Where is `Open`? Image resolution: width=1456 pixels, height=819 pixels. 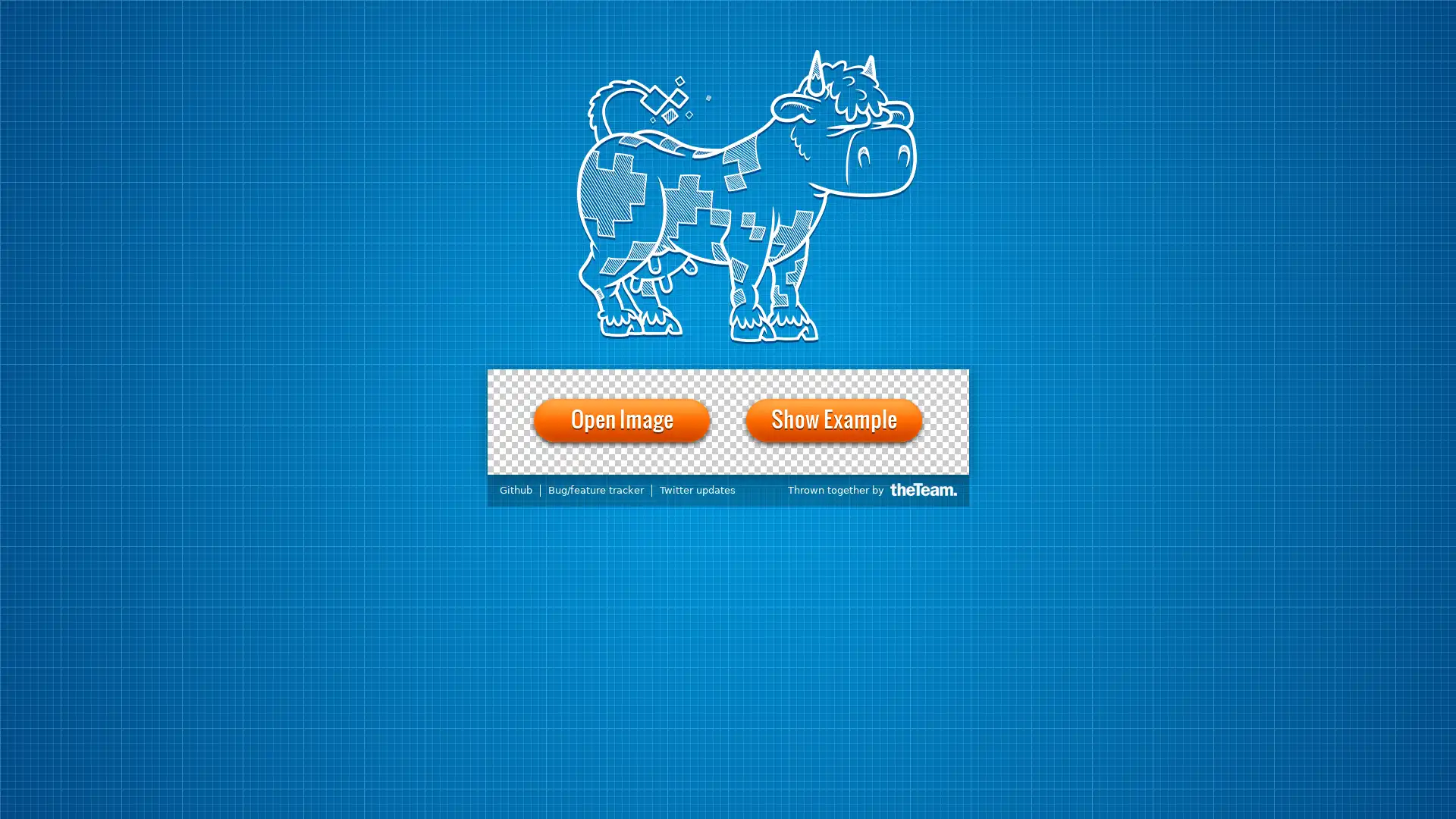
Open is located at coordinates (519, 378).